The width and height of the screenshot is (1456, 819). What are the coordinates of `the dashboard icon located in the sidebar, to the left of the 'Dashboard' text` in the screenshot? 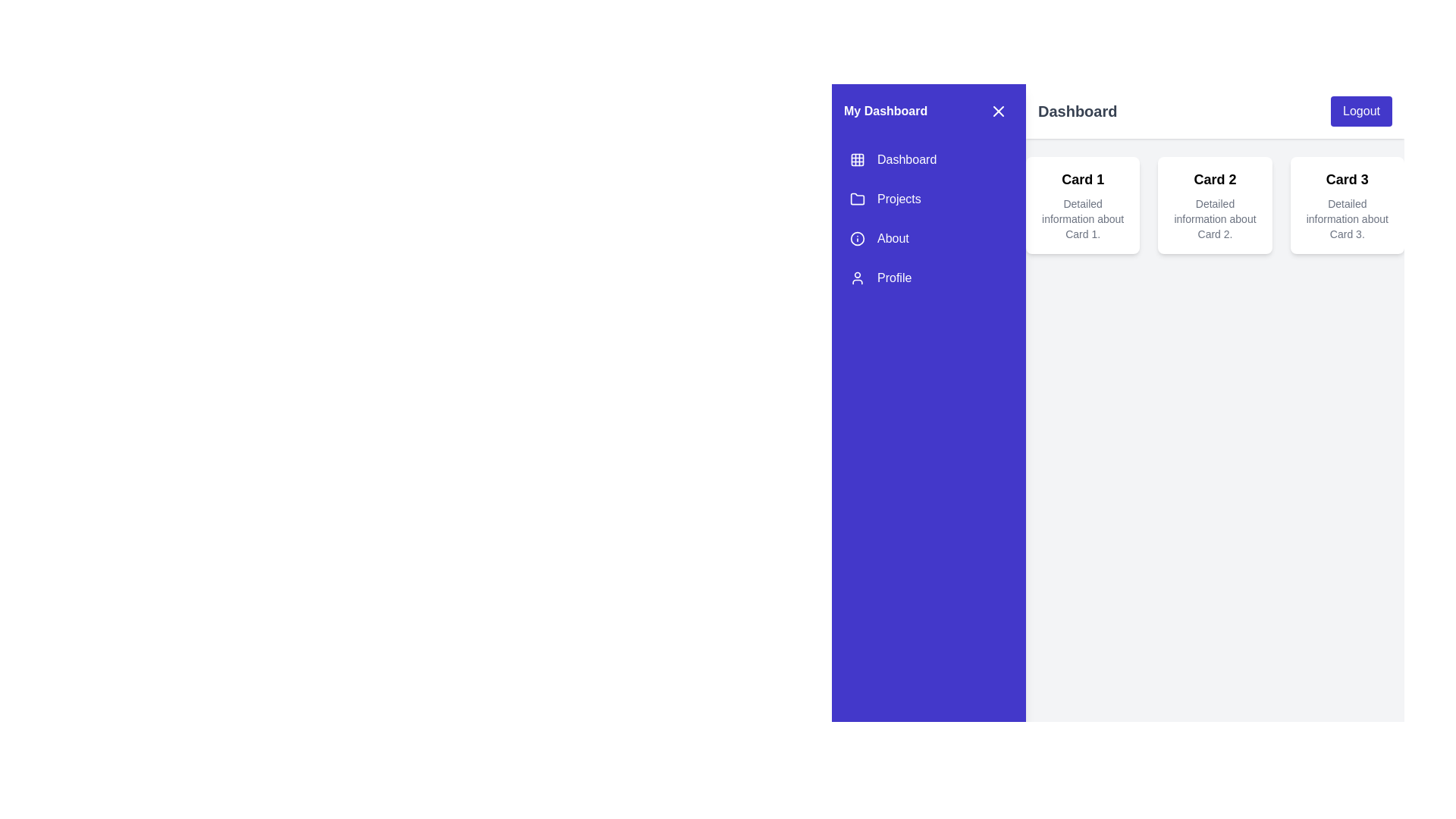 It's located at (858, 160).